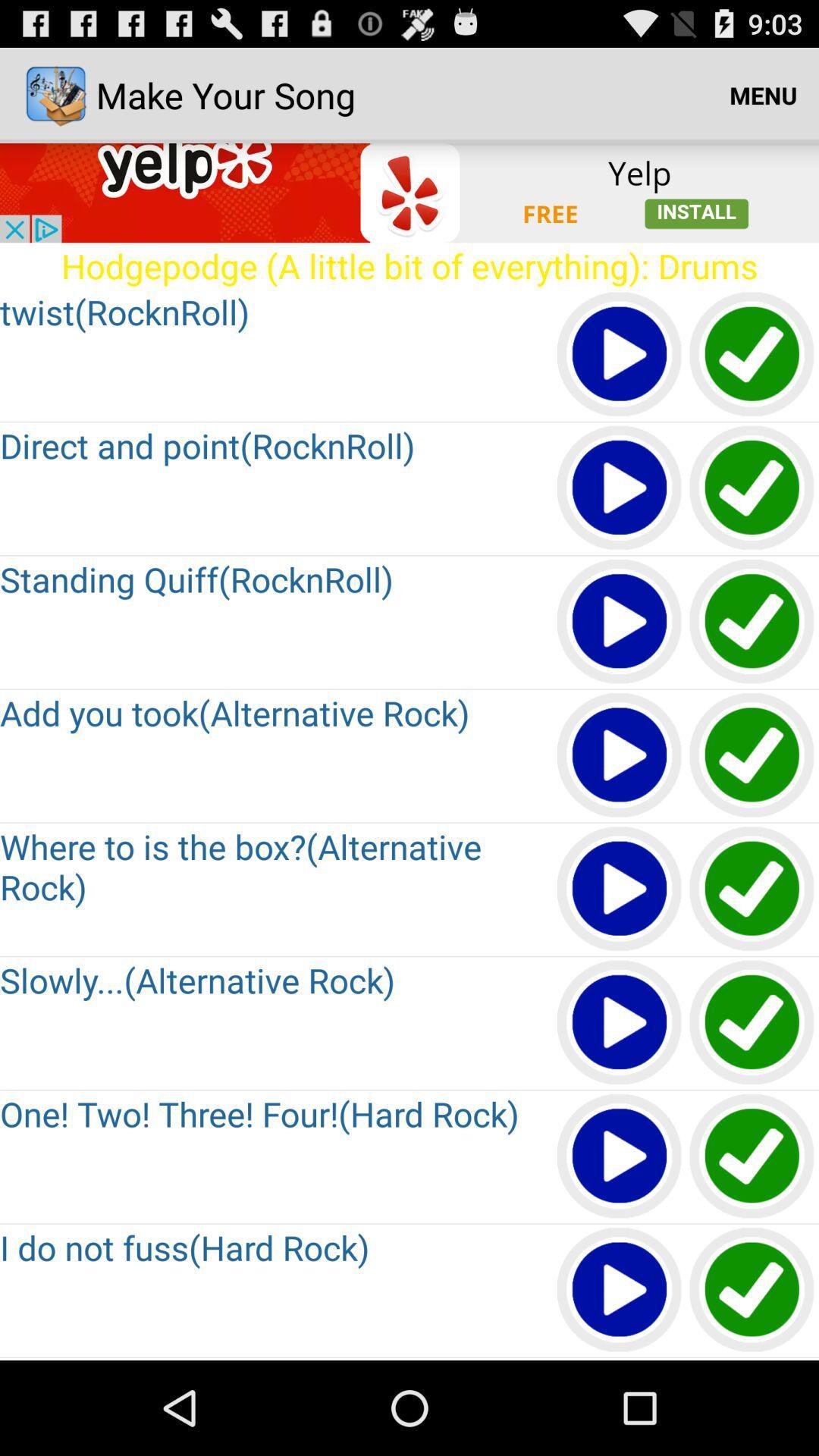  I want to click on autio paly, so click(620, 890).